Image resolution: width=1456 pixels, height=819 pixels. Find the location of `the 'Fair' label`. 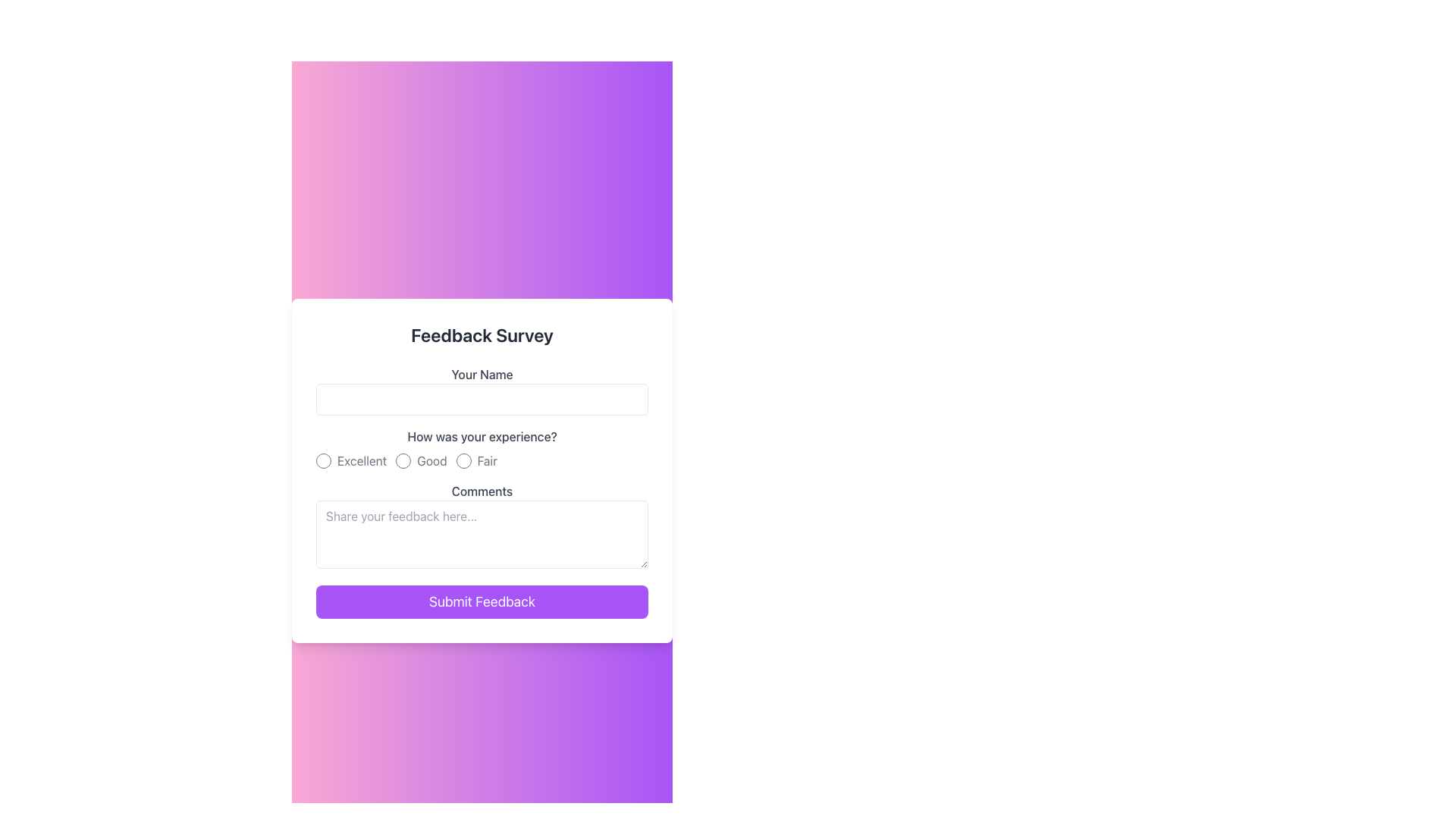

the 'Fair' label is located at coordinates (475, 460).